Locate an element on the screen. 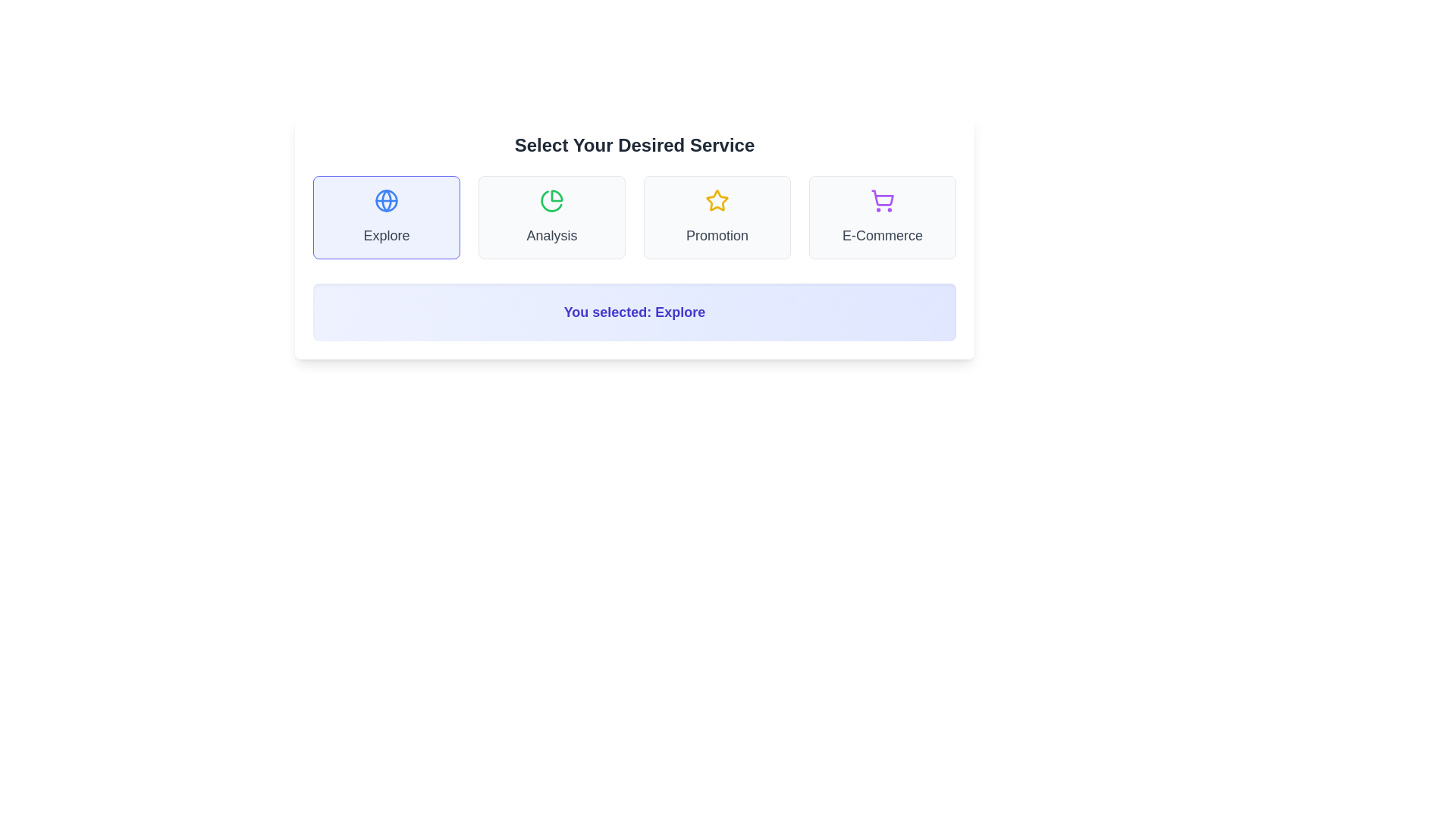 The height and width of the screenshot is (819, 1456). the circular part of the globe icon within the 'Explore' button, which is located at the top left corner of the selection section is located at coordinates (386, 200).